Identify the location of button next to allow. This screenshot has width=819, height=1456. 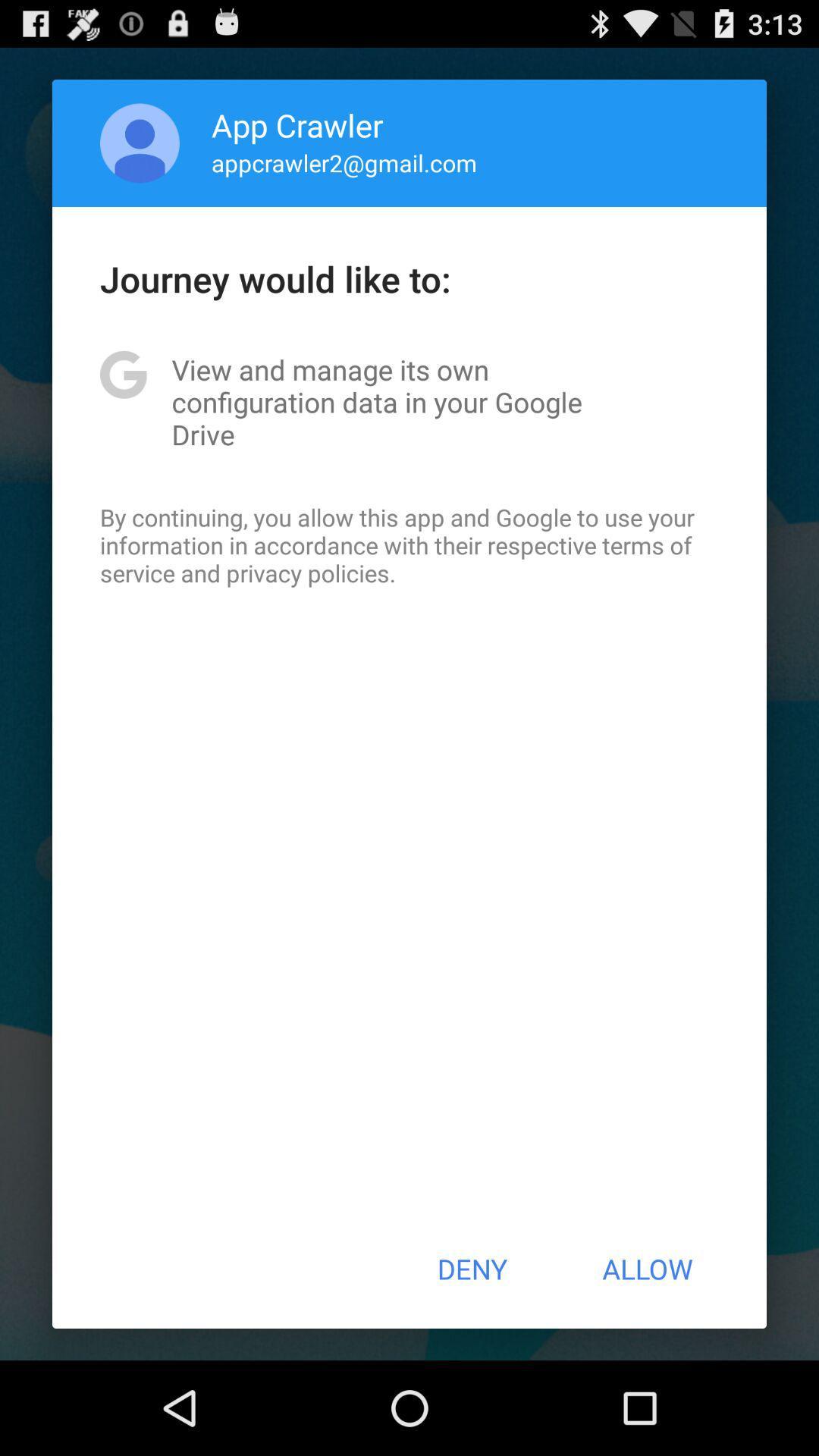
(471, 1269).